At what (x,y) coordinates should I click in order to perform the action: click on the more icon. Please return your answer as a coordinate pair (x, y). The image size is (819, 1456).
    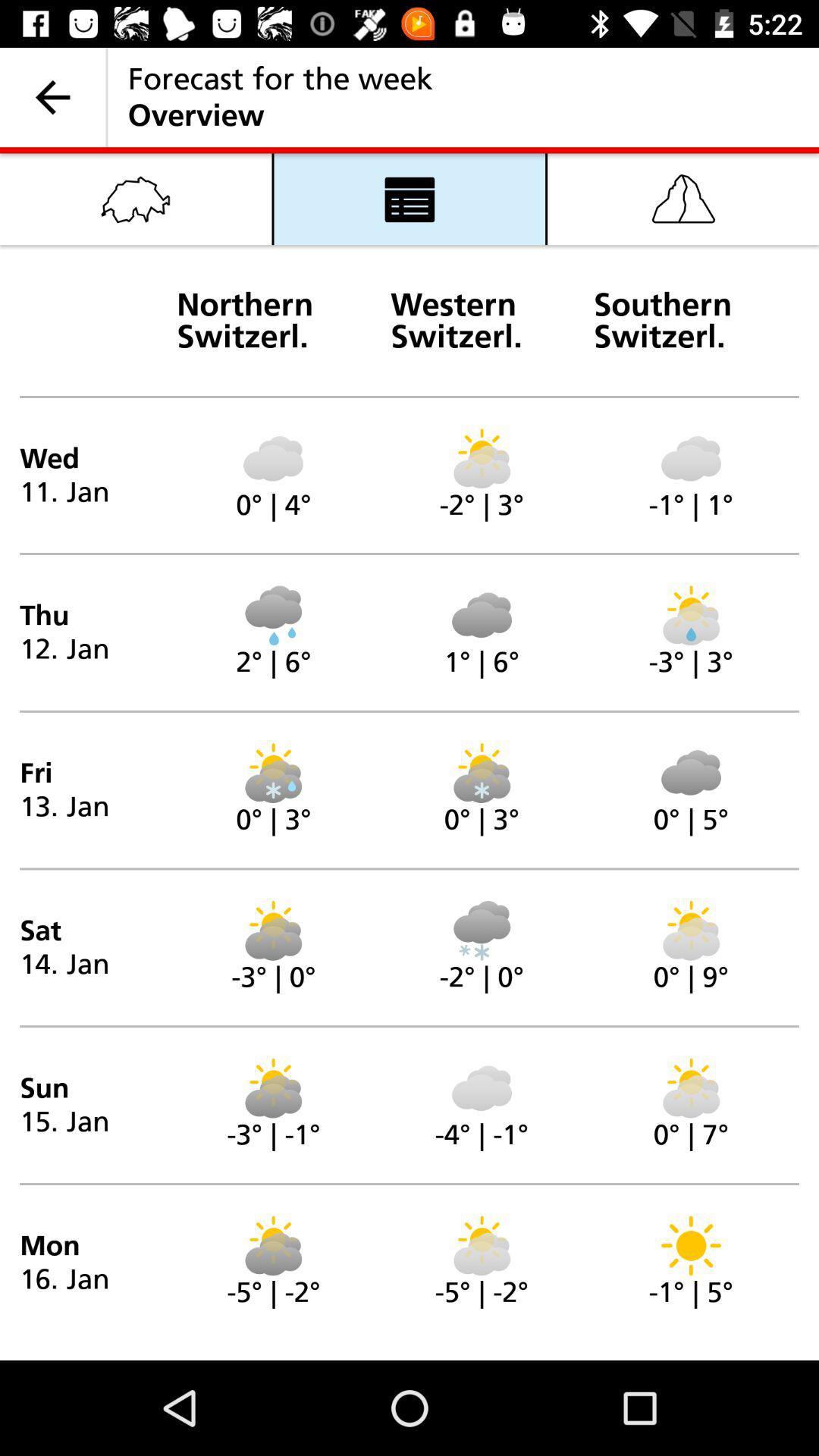
    Looking at the image, I should click on (409, 198).